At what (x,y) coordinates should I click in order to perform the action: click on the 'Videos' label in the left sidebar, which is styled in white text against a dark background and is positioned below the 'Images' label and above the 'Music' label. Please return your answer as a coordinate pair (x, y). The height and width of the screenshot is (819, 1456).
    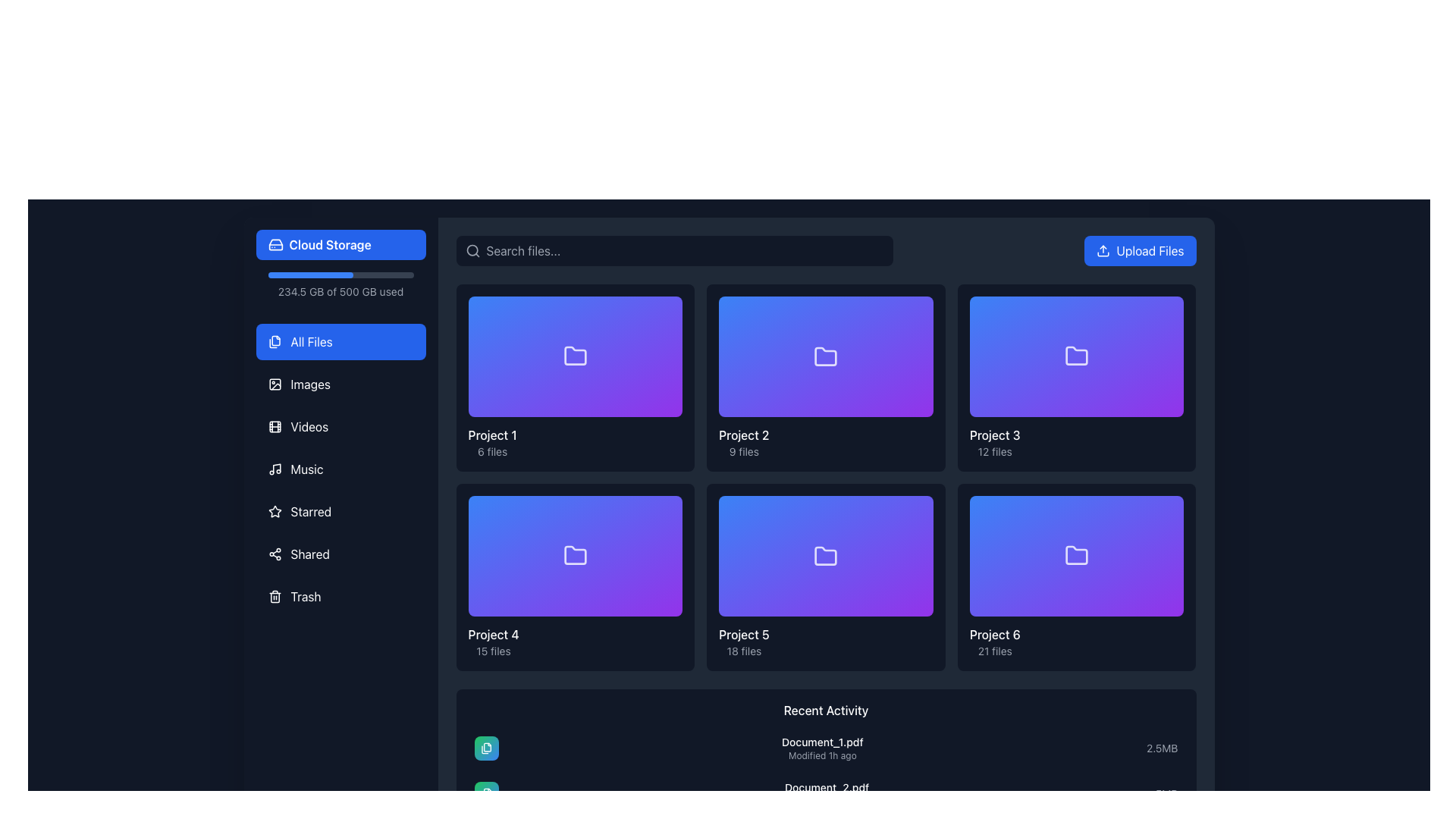
    Looking at the image, I should click on (309, 427).